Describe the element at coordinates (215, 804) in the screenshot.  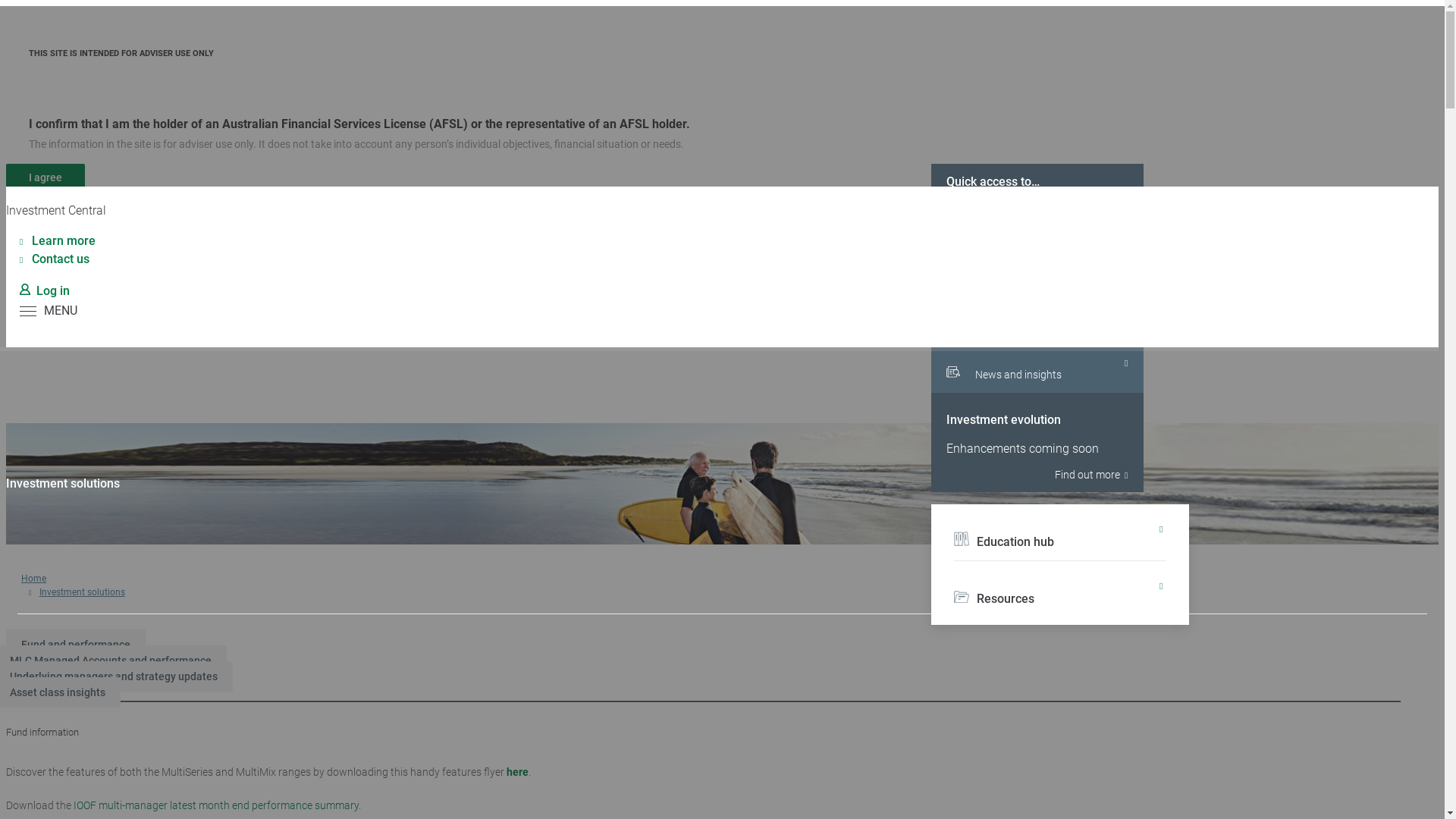
I see `'IOOF multi-manager latest month end performance summary'` at that location.